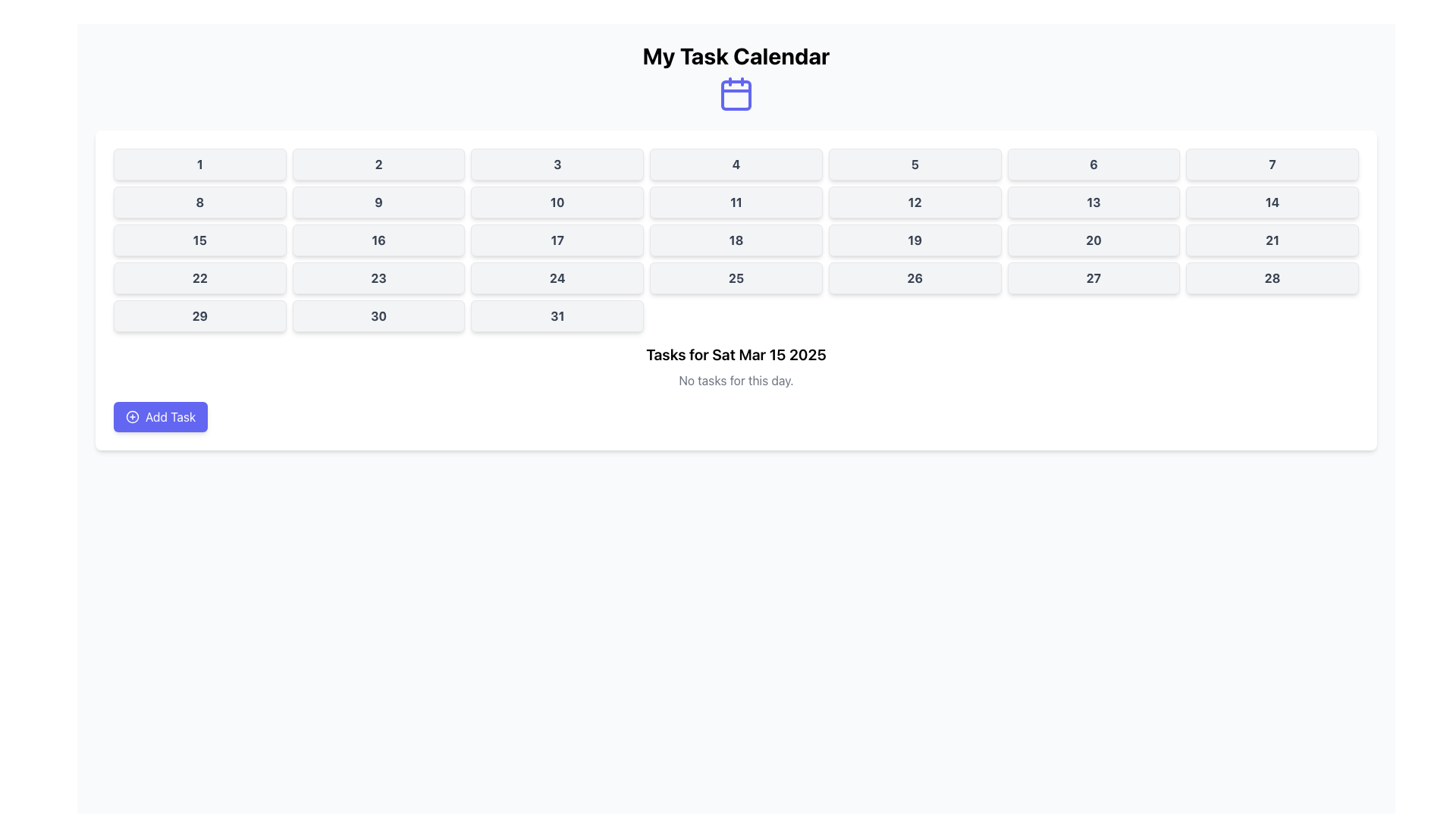  Describe the element at coordinates (1094, 201) in the screenshot. I see `the button representing the 13th day in the calendar interface` at that location.